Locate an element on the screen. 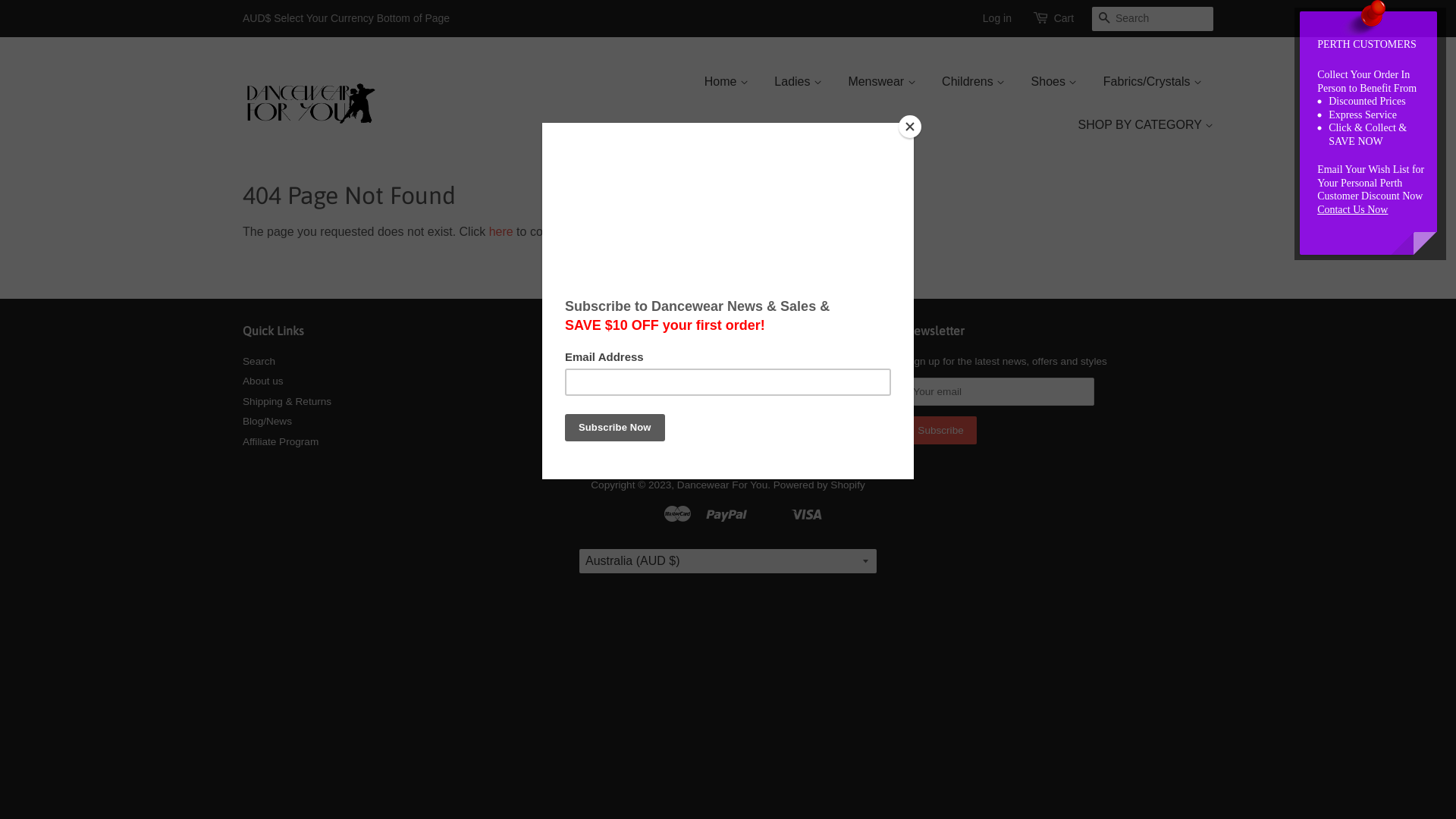 This screenshot has height=819, width=1456. 'here' is located at coordinates (501, 231).